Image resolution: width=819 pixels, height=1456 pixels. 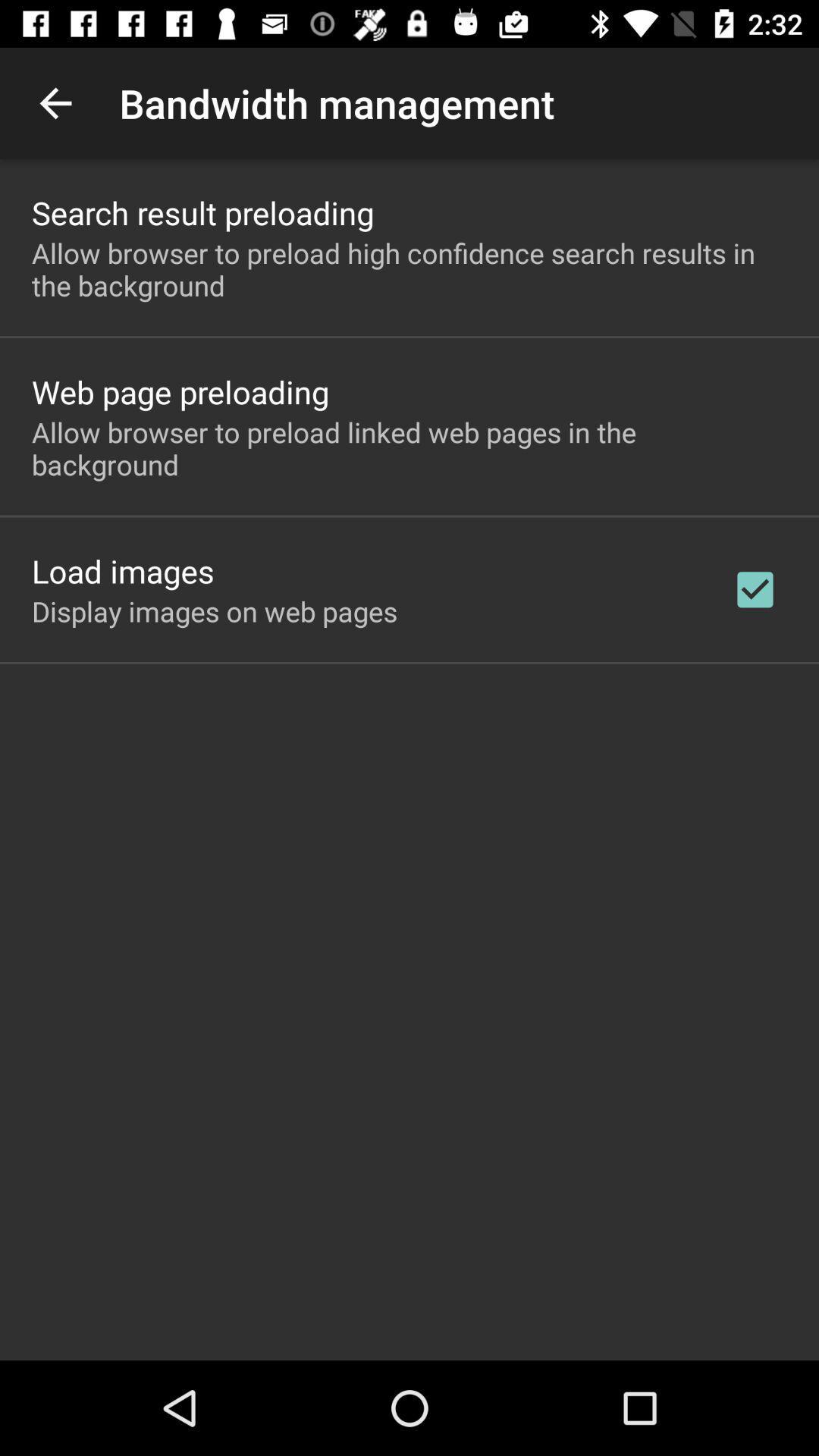 What do you see at coordinates (215, 611) in the screenshot?
I see `display images on icon` at bounding box center [215, 611].